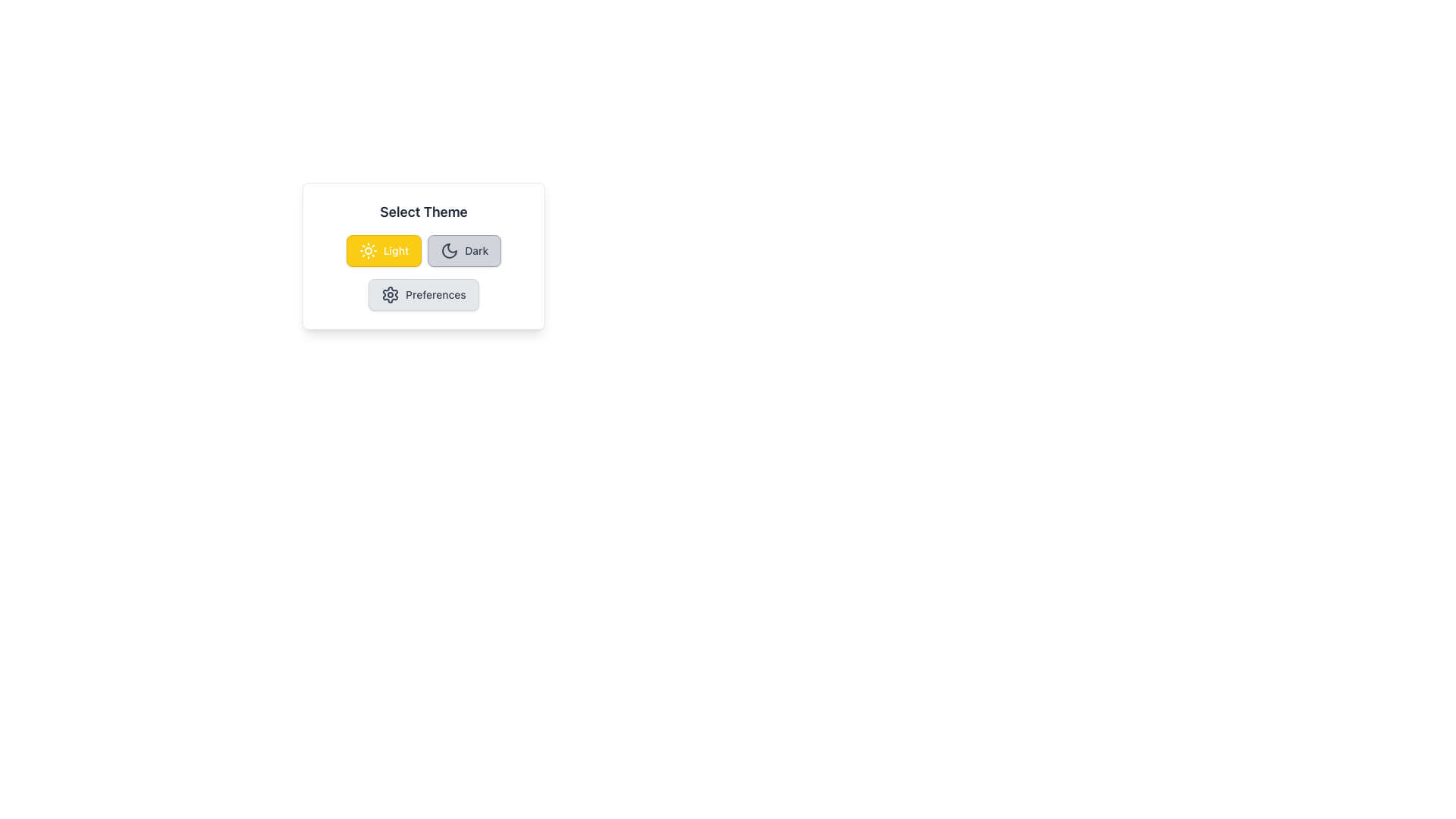 The image size is (1456, 819). What do you see at coordinates (423, 295) in the screenshot?
I see `the third interactive button in the 'Select Theme' box to activate keyboard navigation` at bounding box center [423, 295].